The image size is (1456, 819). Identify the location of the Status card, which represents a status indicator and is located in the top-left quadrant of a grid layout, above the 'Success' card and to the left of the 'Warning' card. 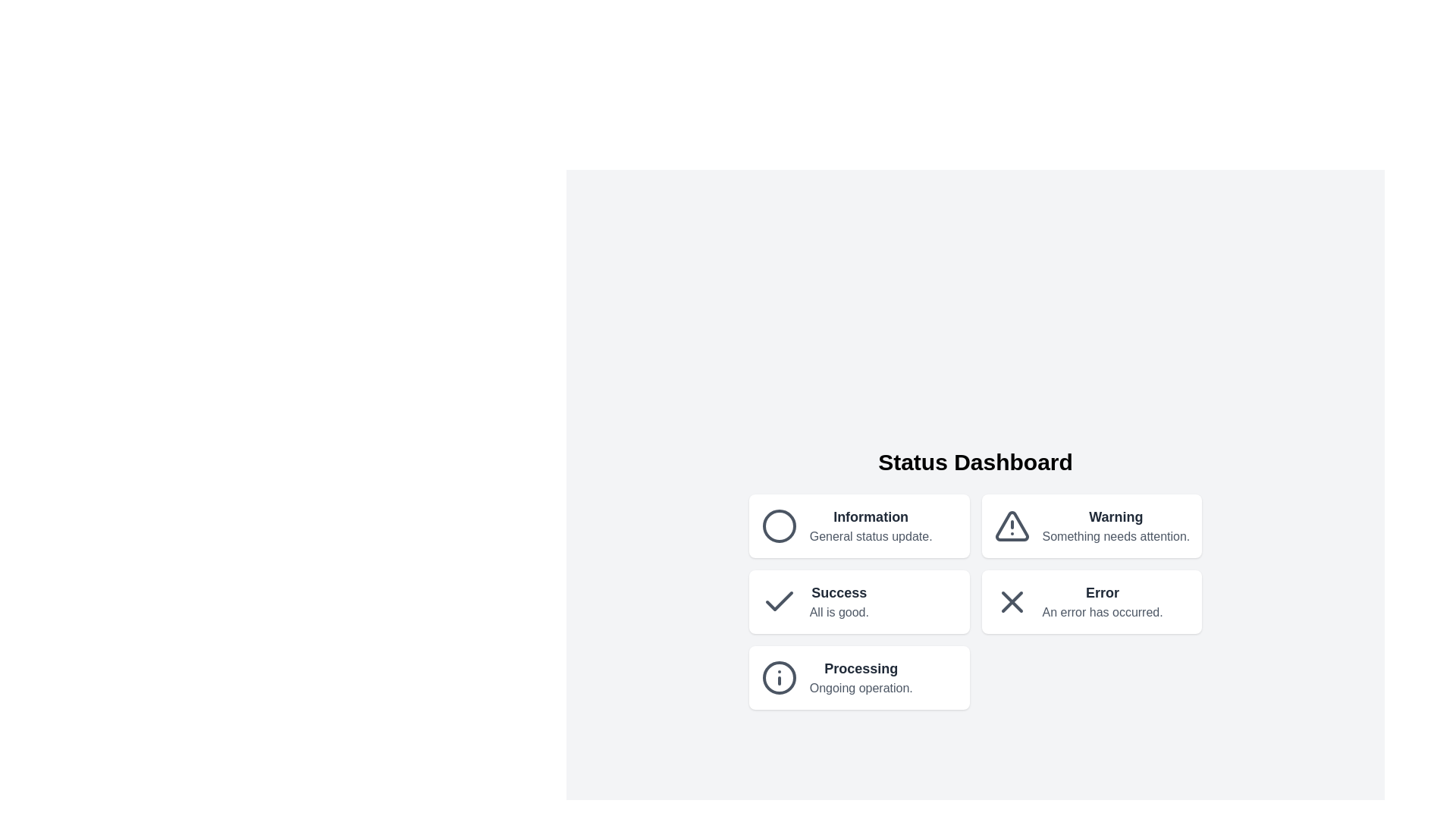
(859, 526).